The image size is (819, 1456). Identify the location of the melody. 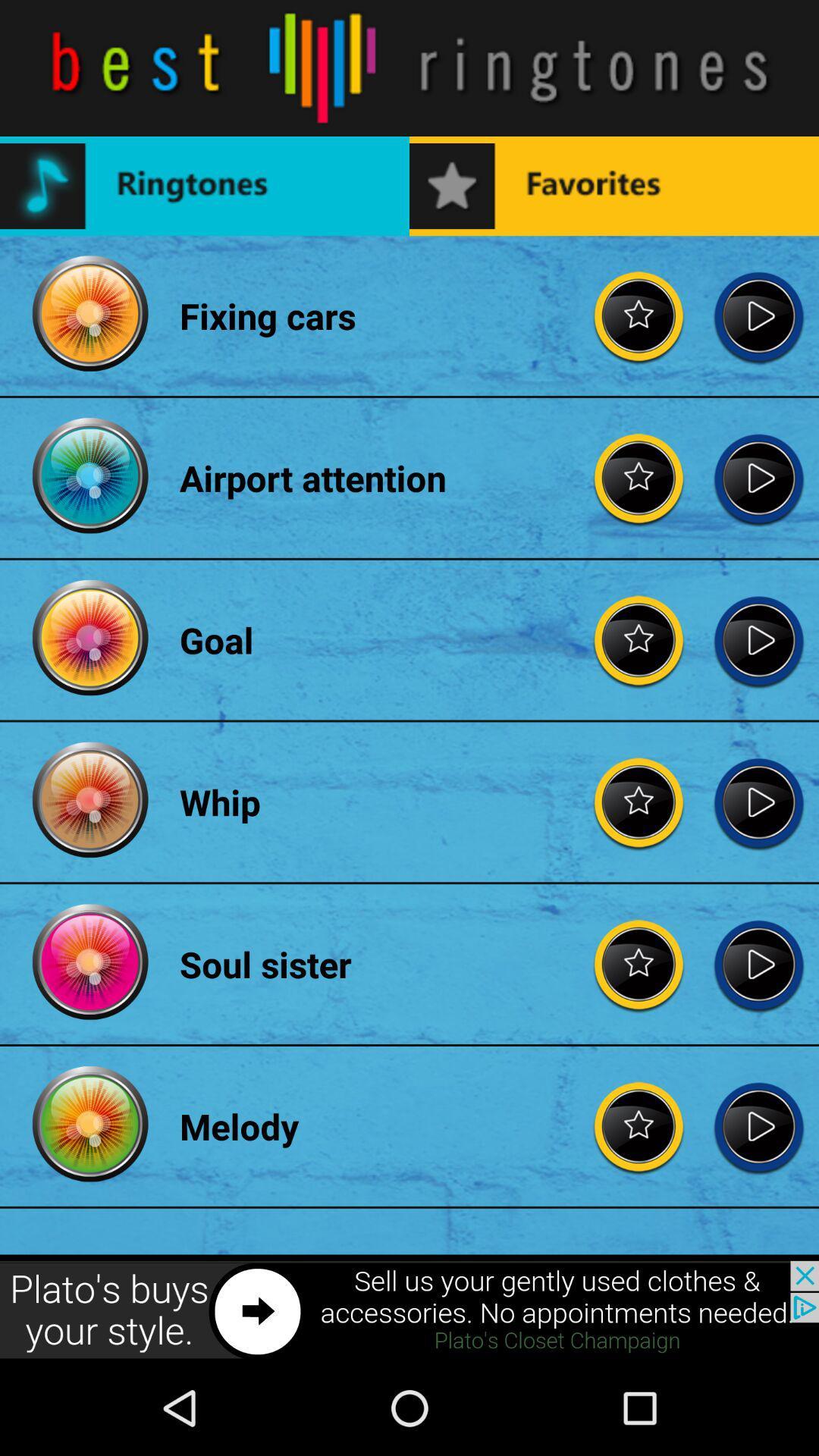
(758, 1126).